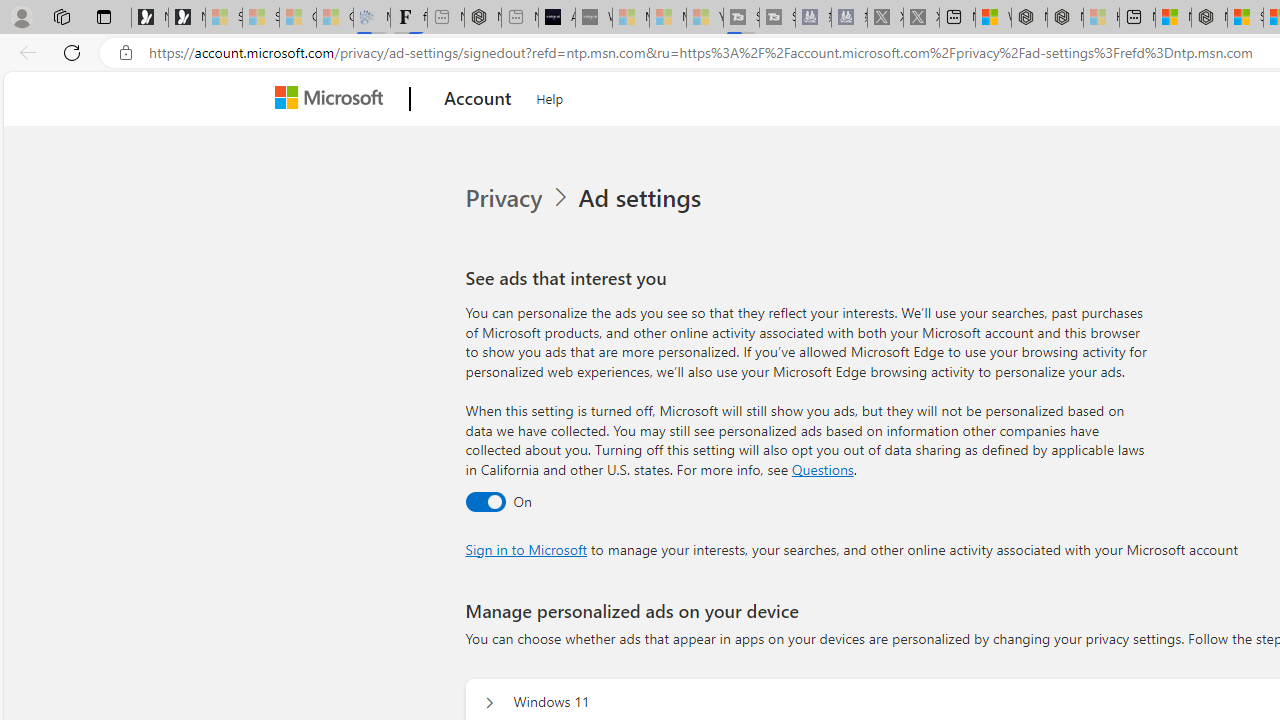 The height and width of the screenshot is (720, 1280). I want to click on 'Nordace - #1 Japanese Best-Seller - Siena Smart Backpack', so click(482, 17).